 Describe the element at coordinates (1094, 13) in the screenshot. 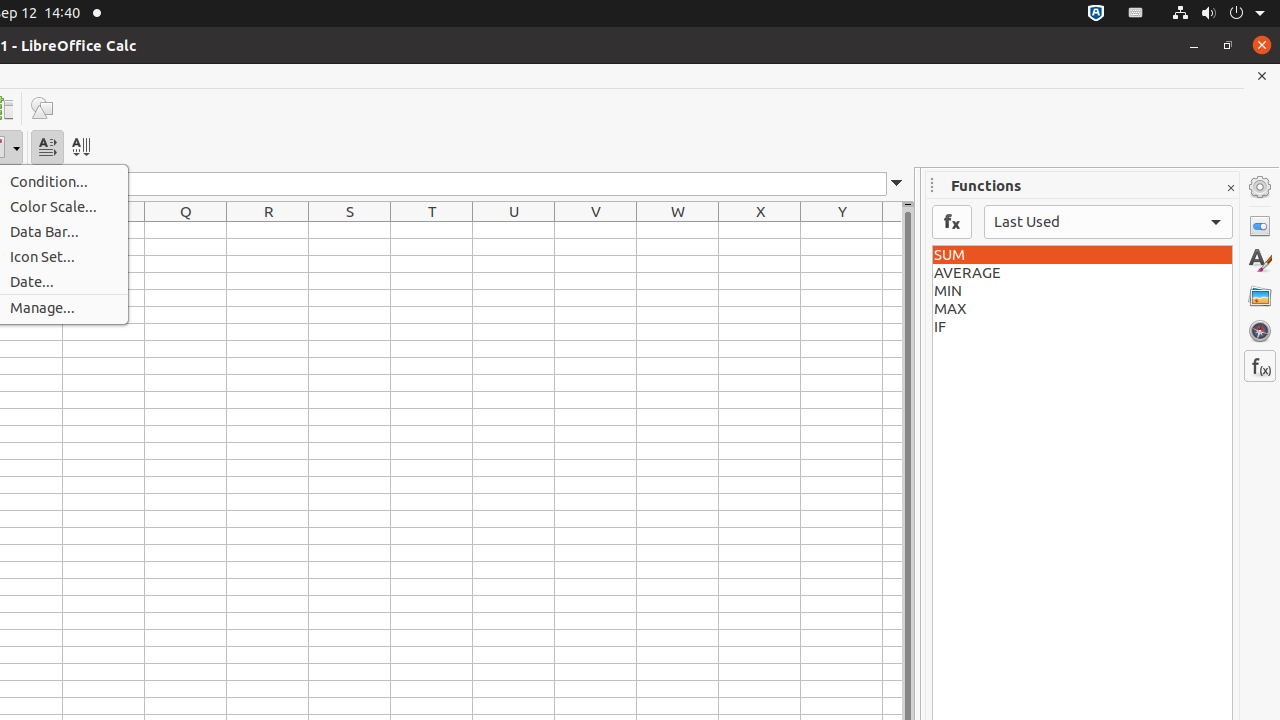

I see `':1.72/StatusNotifierItem'` at that location.